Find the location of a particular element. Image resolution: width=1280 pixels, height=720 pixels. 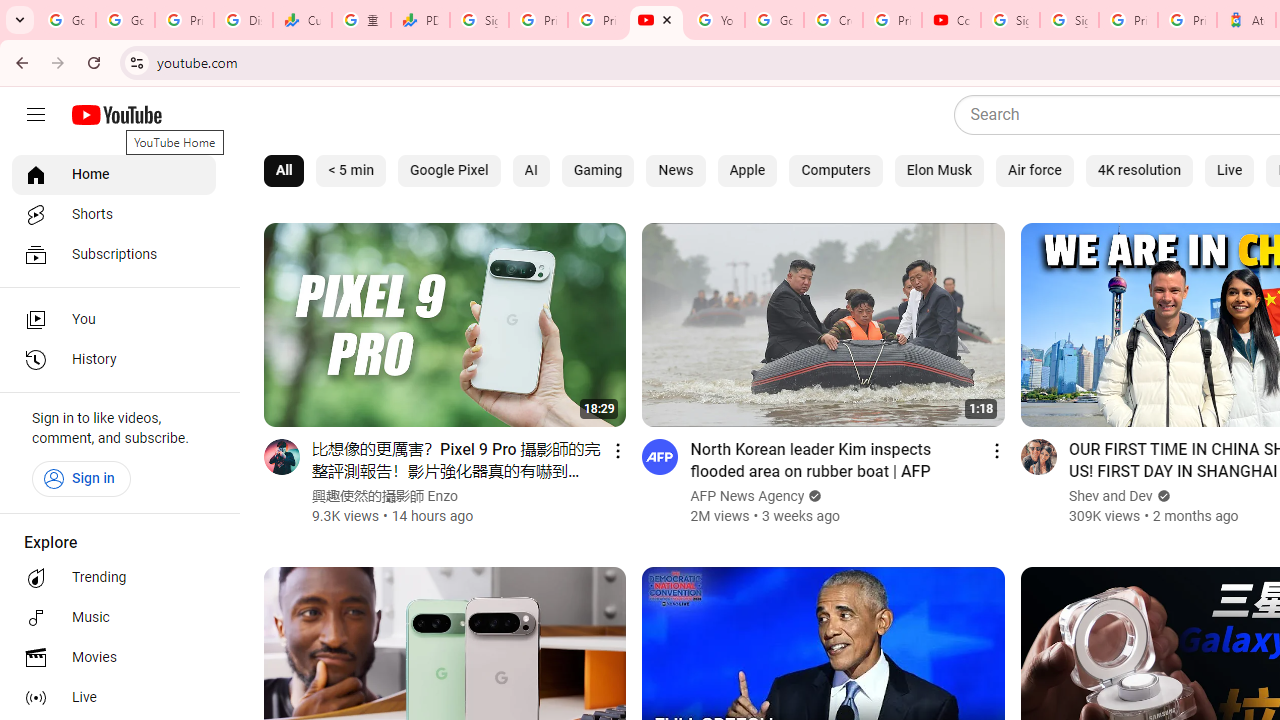

'Google Pixel' is located at coordinates (448, 170).